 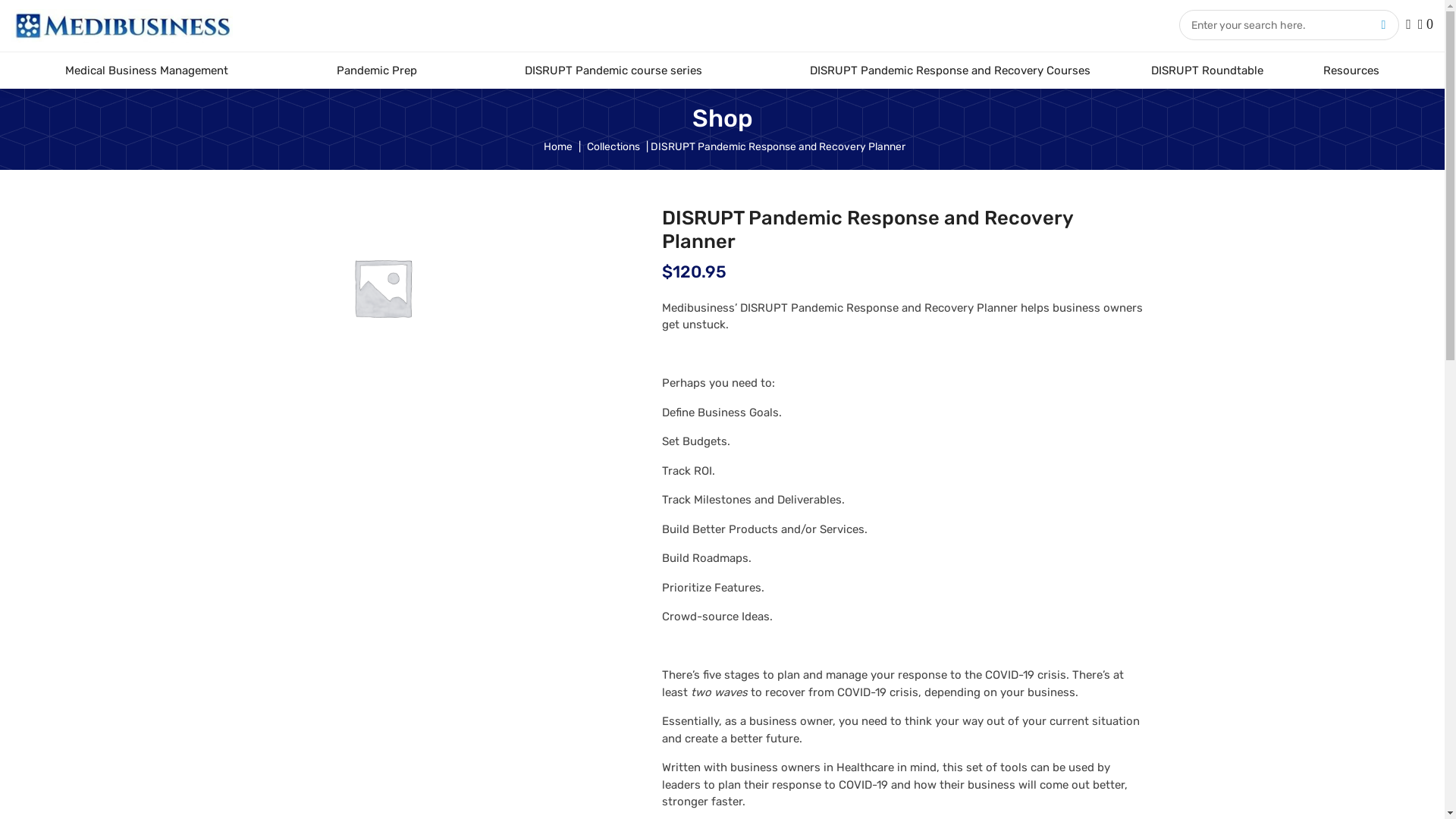 I want to click on 'Collections', so click(x=613, y=146).